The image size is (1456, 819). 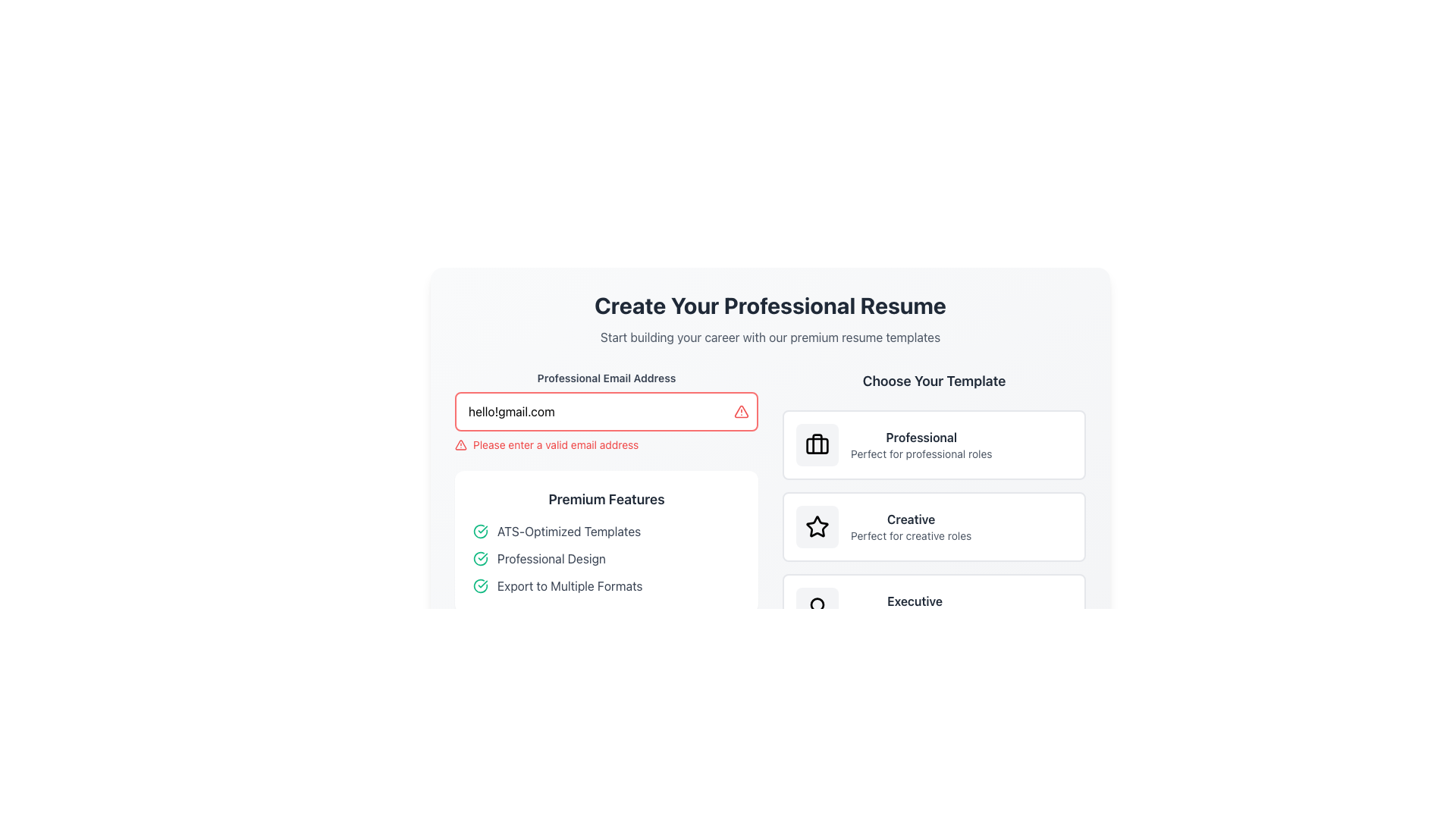 What do you see at coordinates (910, 535) in the screenshot?
I see `the informational Text label that provides supporting details about the 'Creative' category within the 'Choose Your Template' section, located below the 'Creative' label` at bounding box center [910, 535].